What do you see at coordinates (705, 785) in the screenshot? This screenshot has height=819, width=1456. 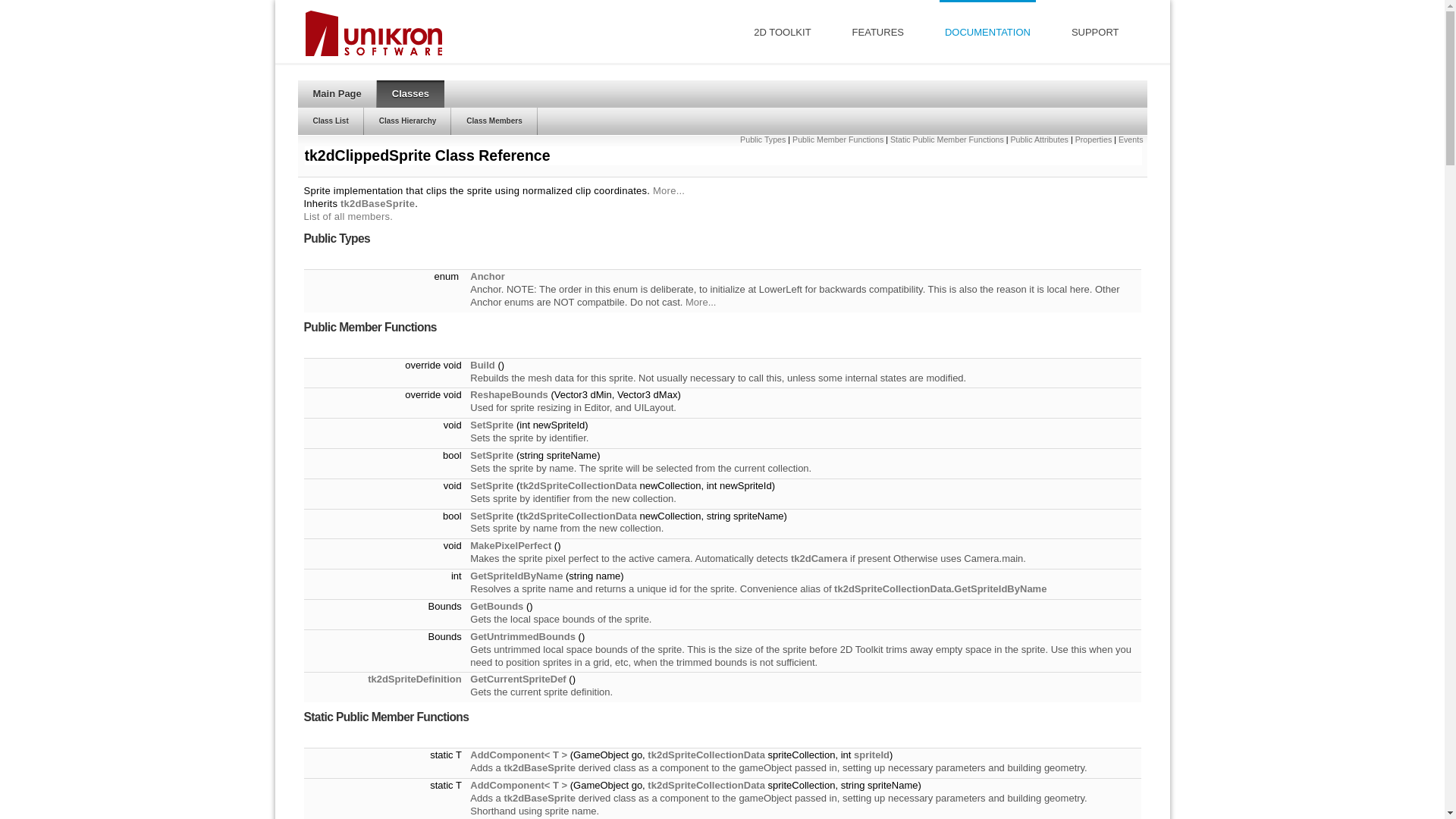 I see `'tk2dSpriteCollectionData'` at bounding box center [705, 785].